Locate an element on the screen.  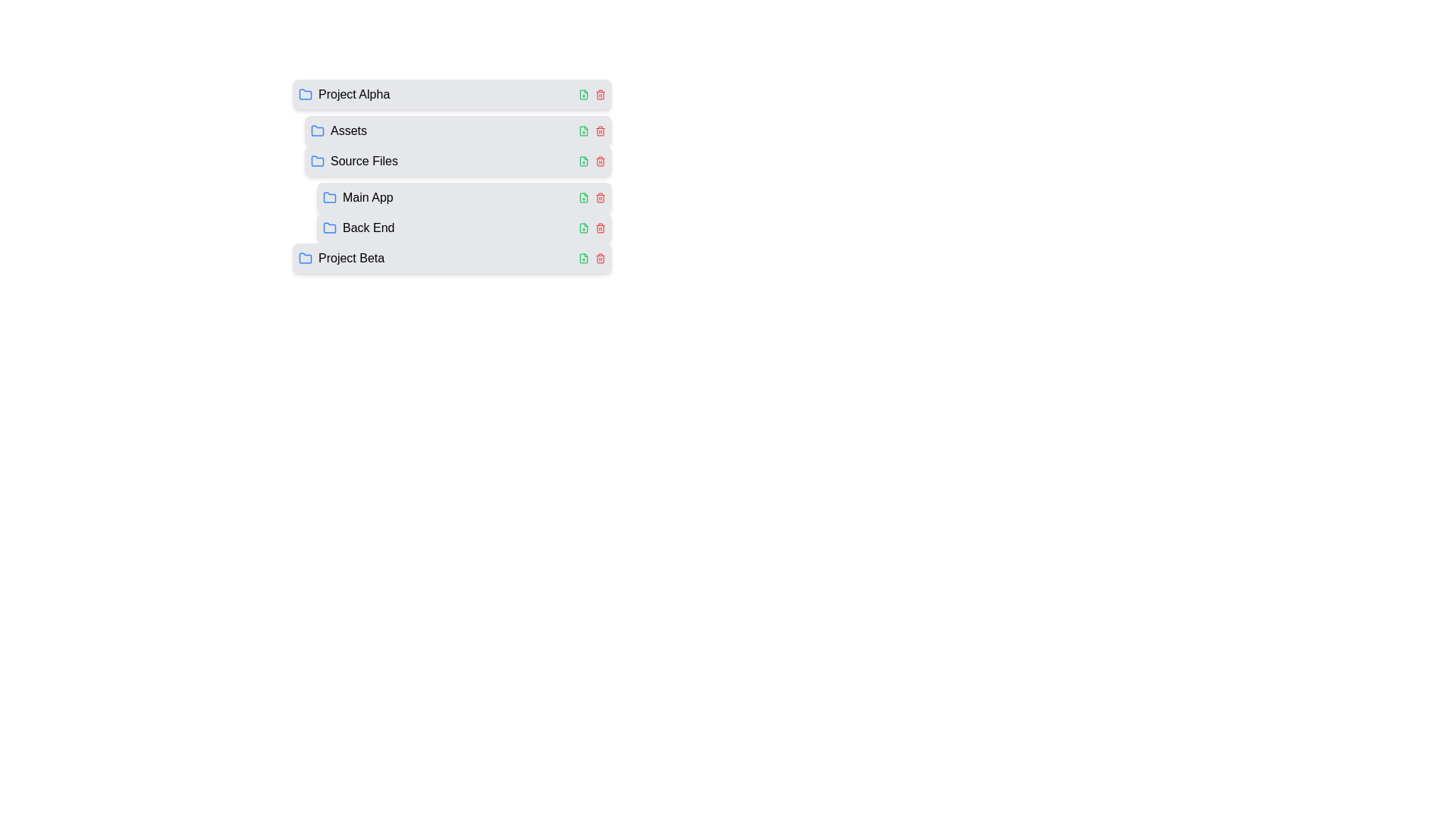
the green file icon with a plus sign is located at coordinates (582, 197).